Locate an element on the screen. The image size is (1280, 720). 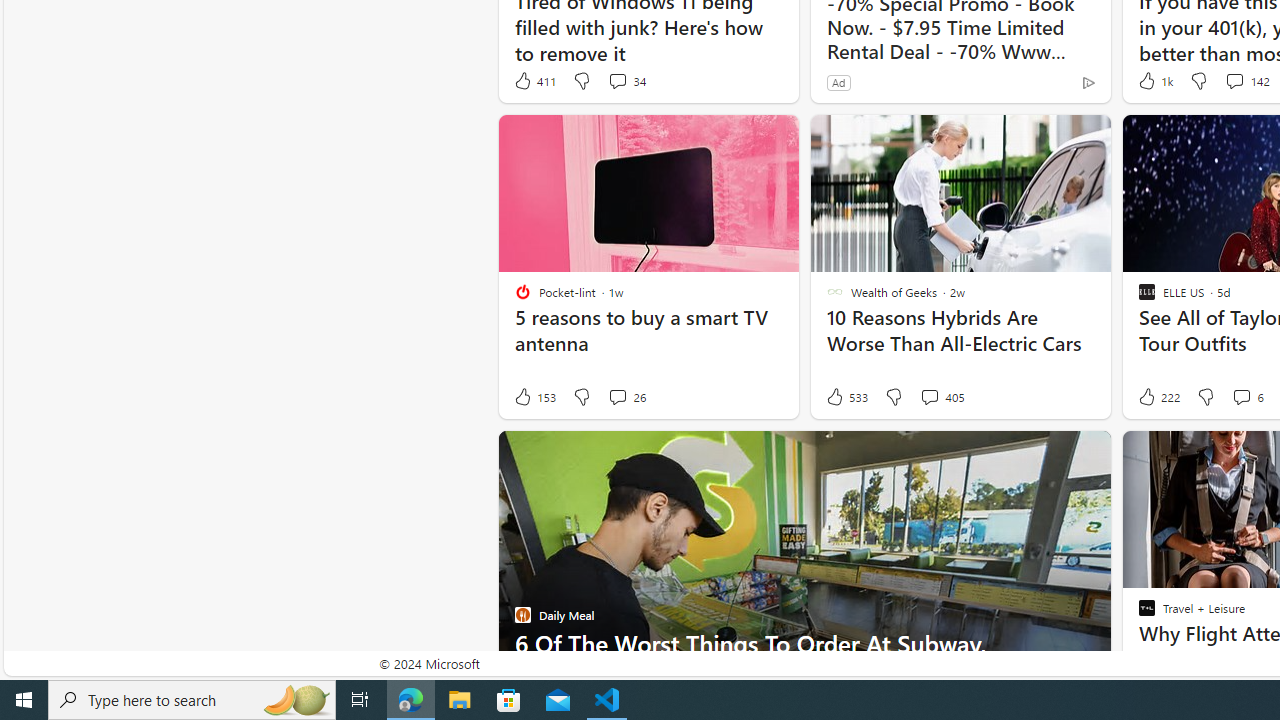
'222 Like' is located at coordinates (1157, 397).